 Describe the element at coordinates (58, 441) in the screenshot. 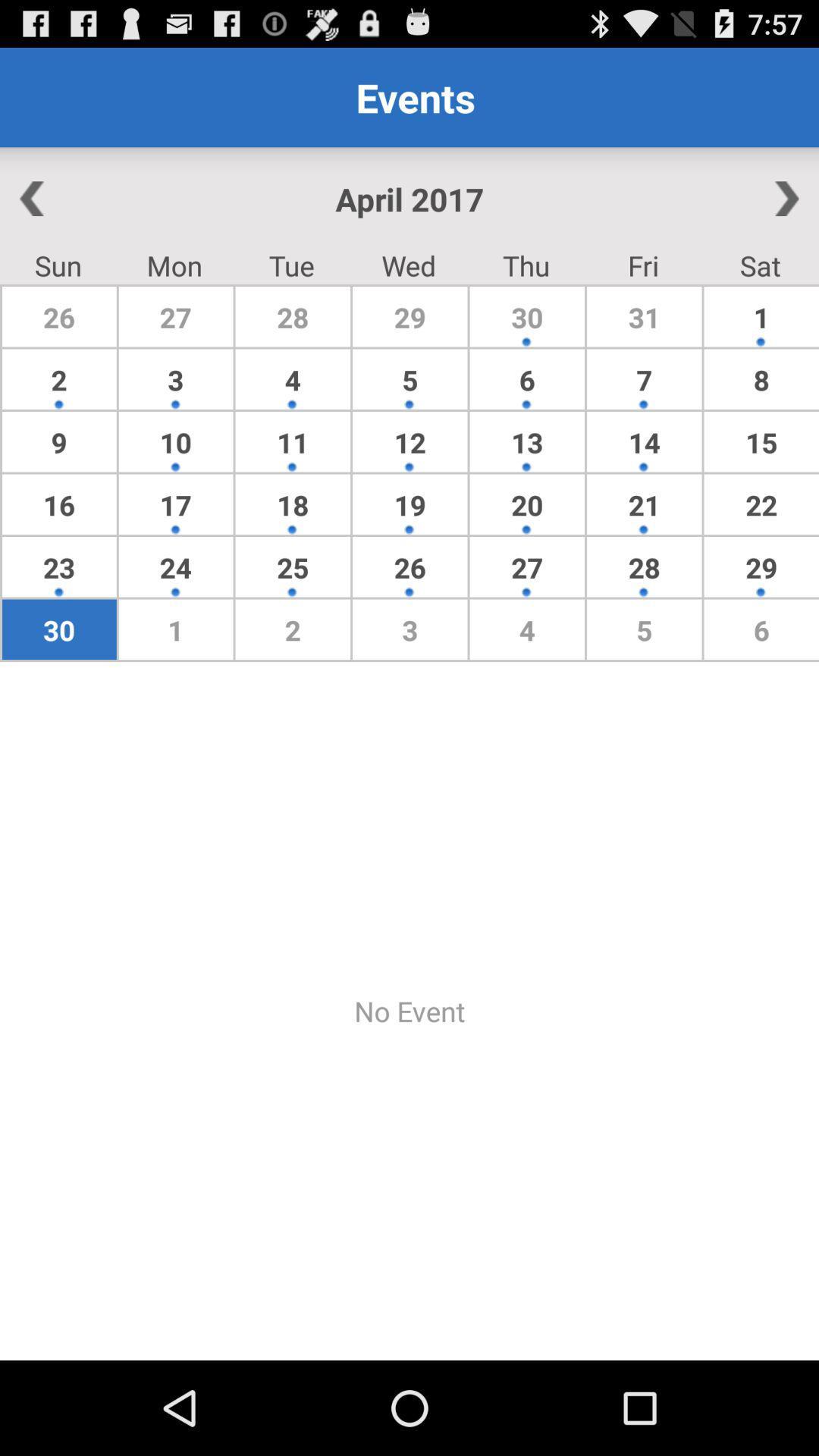

I see `item next to 3` at that location.